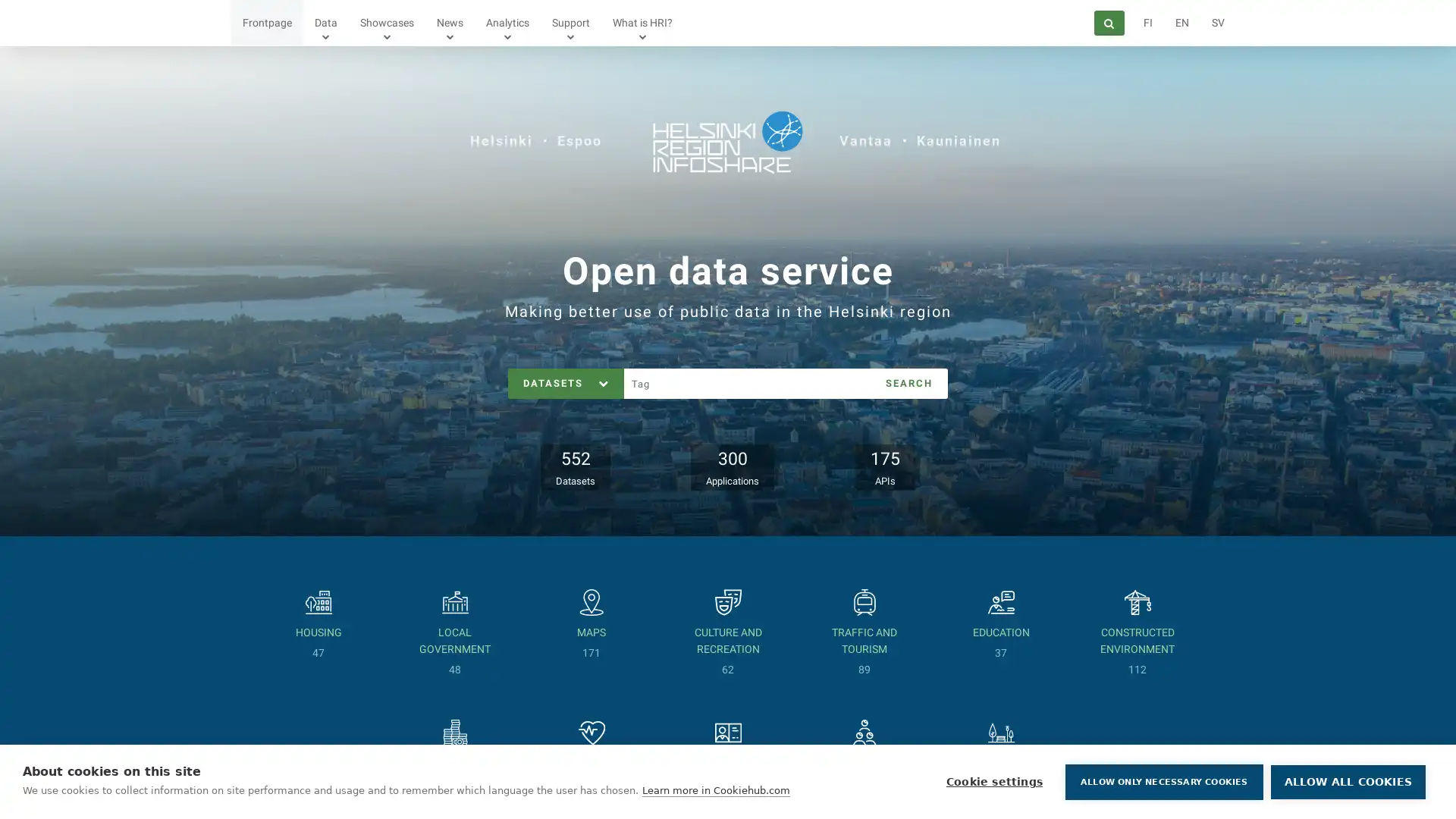 The width and height of the screenshot is (1456, 819). I want to click on ALLOW ALL COOKIES, so click(1348, 781).